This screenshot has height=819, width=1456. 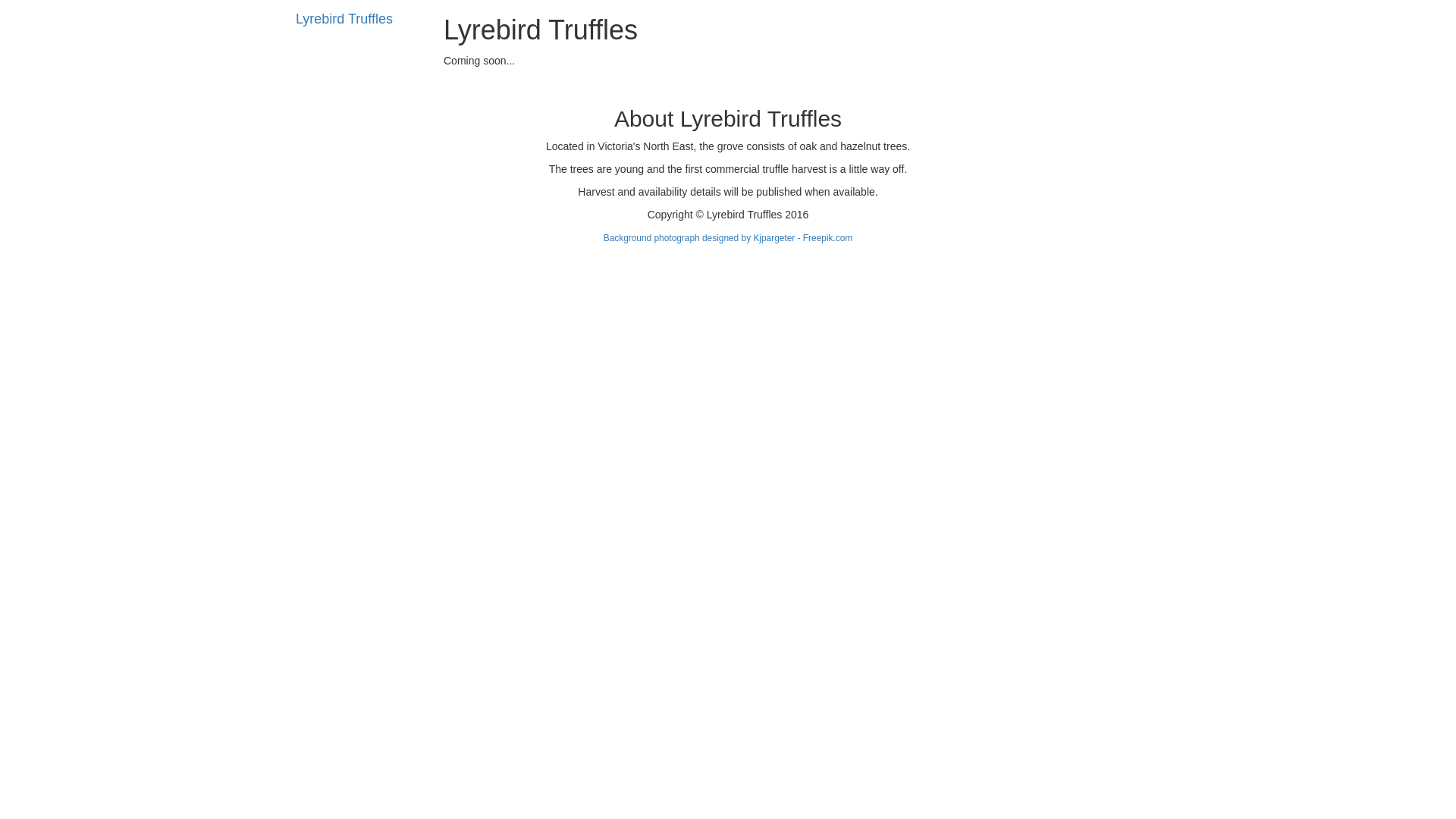 What do you see at coordinates (728, 237) in the screenshot?
I see `'Background photograph designed by Kjpargeter - Freepik.com'` at bounding box center [728, 237].